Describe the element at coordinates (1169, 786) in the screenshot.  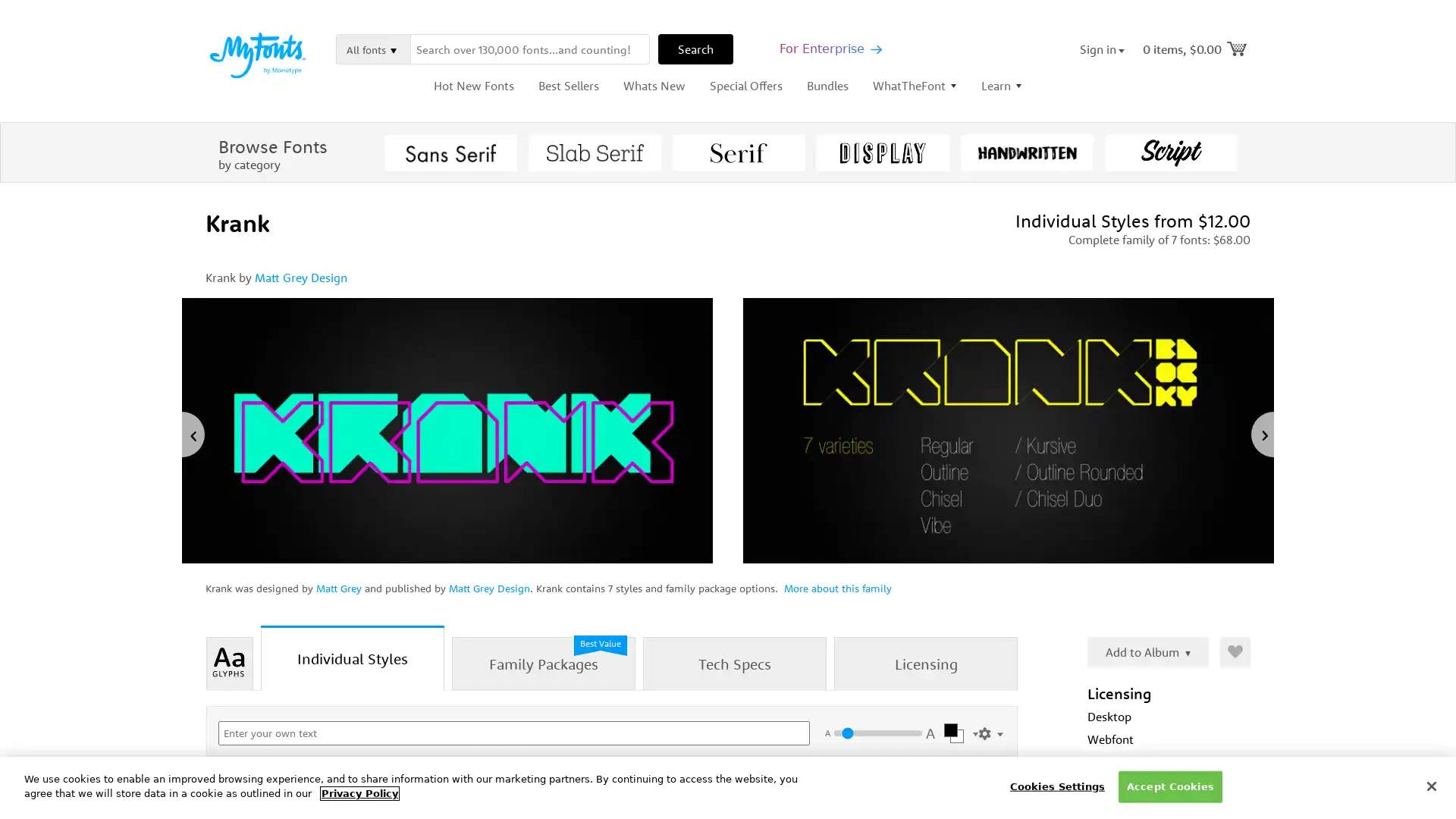
I see `Accept Cookies` at that location.